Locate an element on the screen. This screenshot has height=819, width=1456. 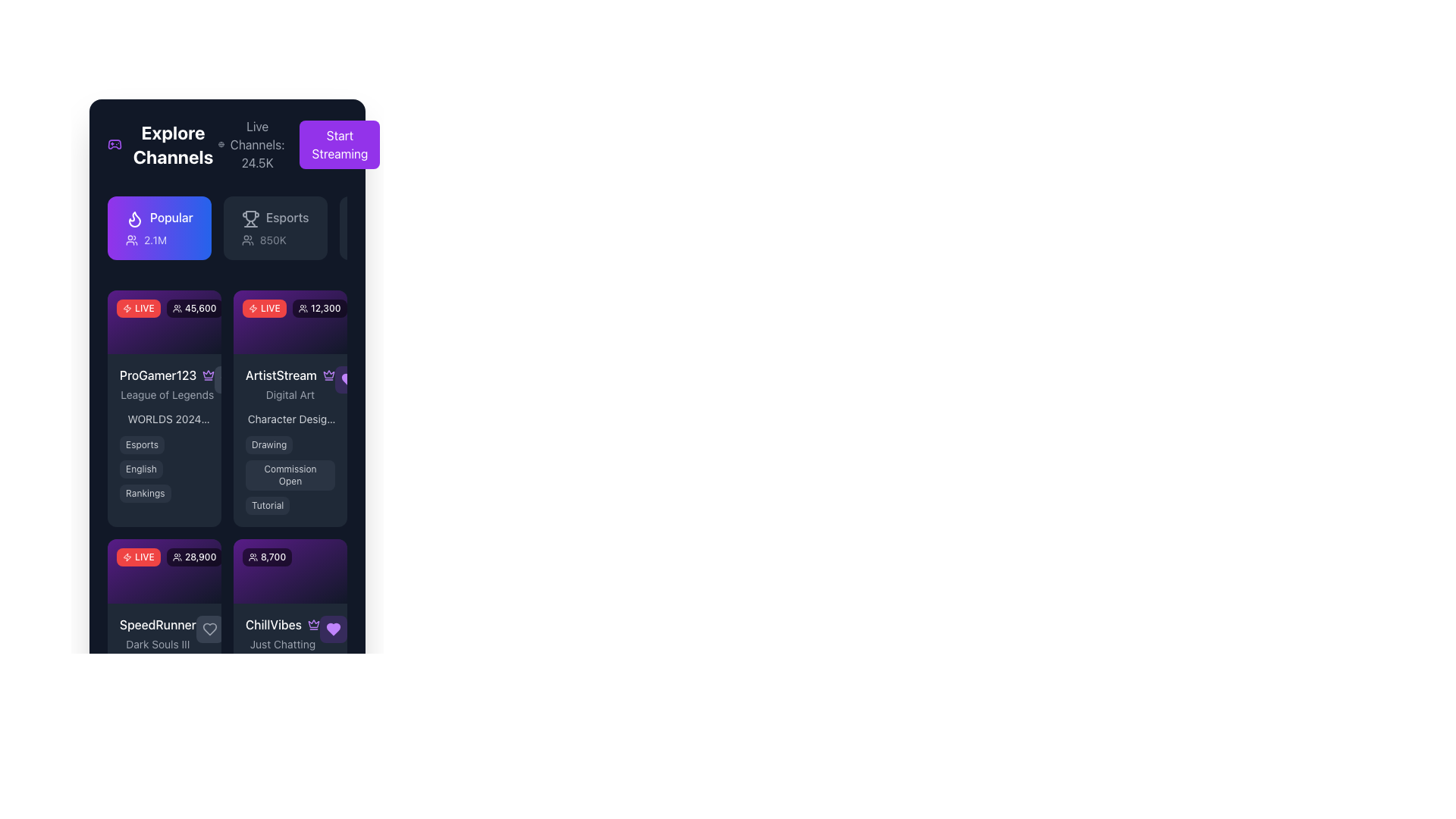
text content of the 'ArtistStream' label, which is styled in white font against a dark background, located below the viewer count header is located at coordinates (290, 375).